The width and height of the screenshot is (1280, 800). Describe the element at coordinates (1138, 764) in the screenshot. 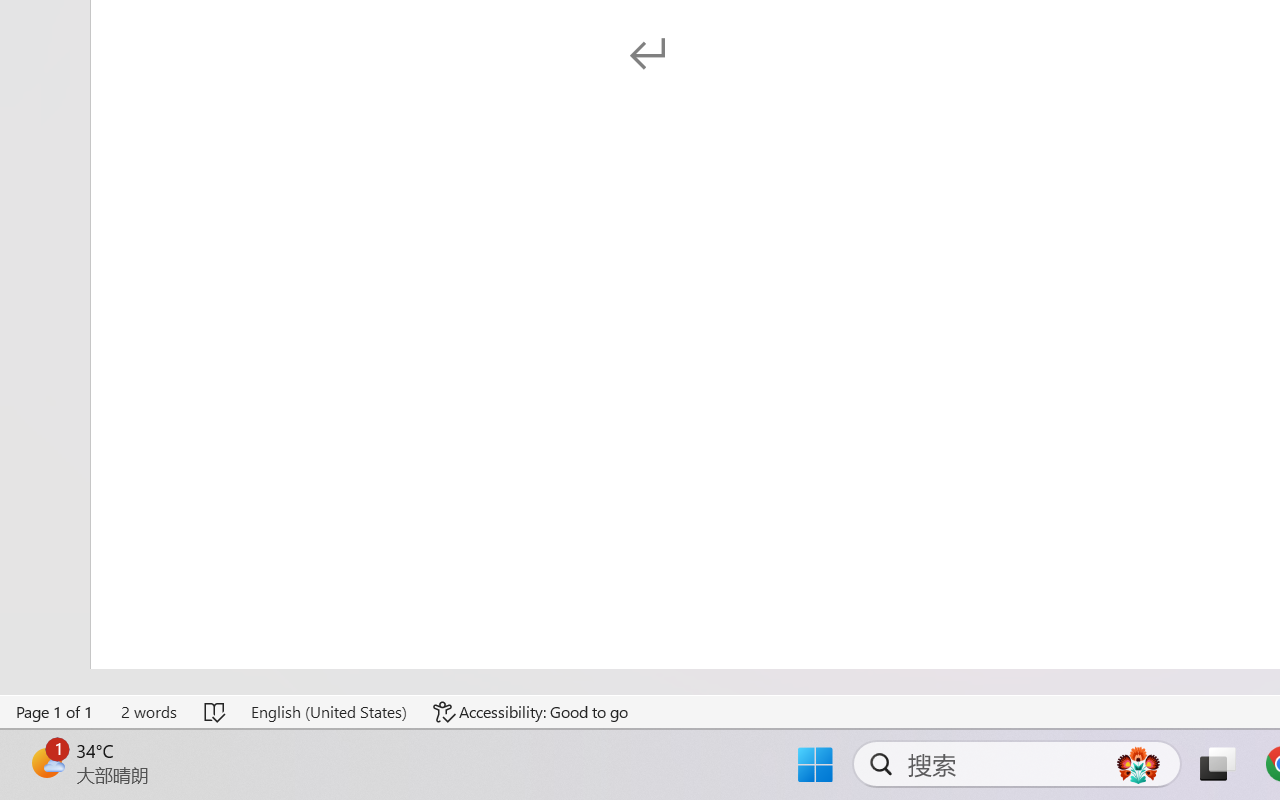

I see `'AutomationID: DynamicSearchBoxGleamImage'` at that location.